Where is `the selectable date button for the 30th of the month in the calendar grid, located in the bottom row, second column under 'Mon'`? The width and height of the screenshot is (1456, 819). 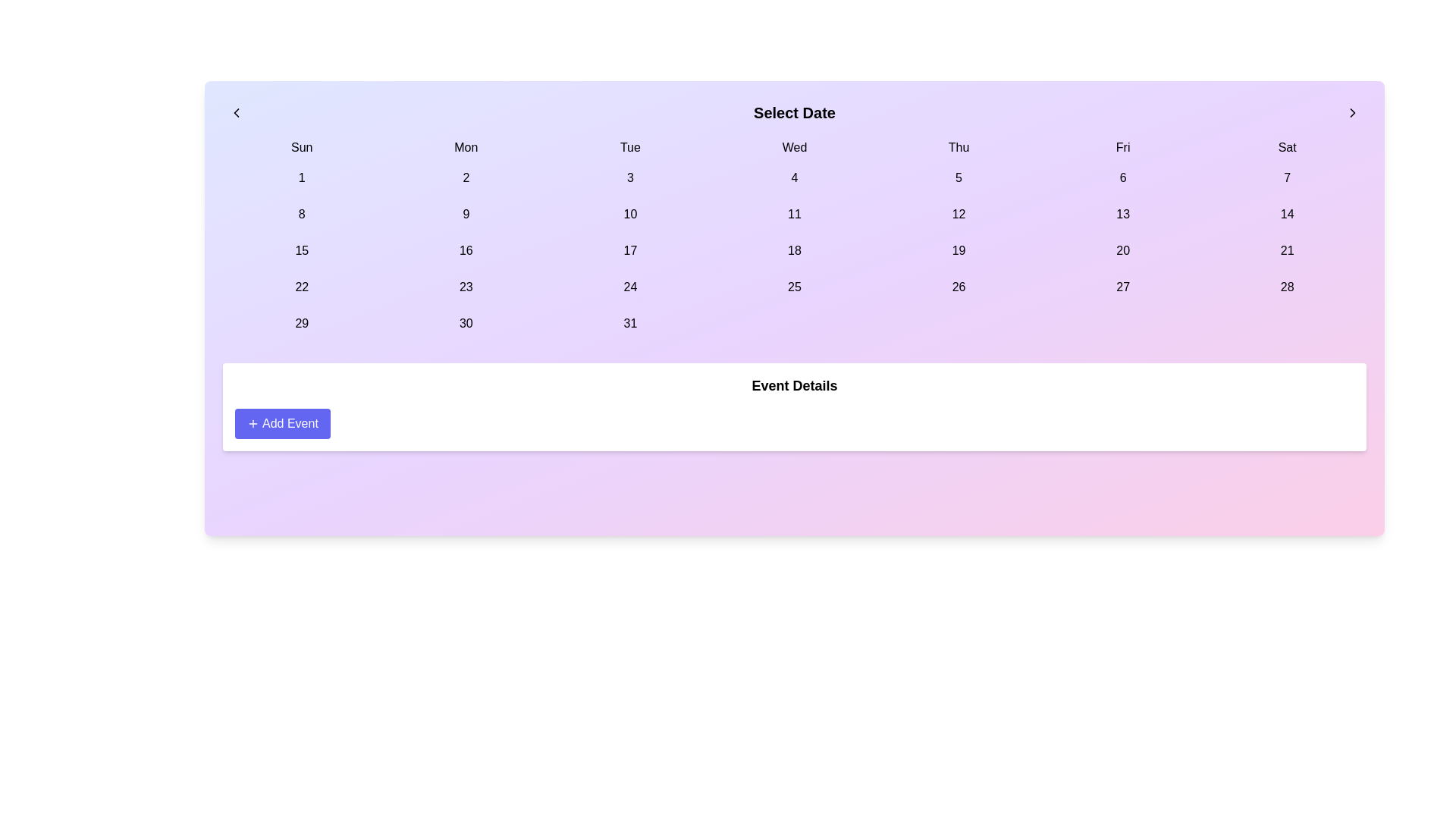 the selectable date button for the 30th of the month in the calendar grid, located in the bottom row, second column under 'Mon' is located at coordinates (465, 323).